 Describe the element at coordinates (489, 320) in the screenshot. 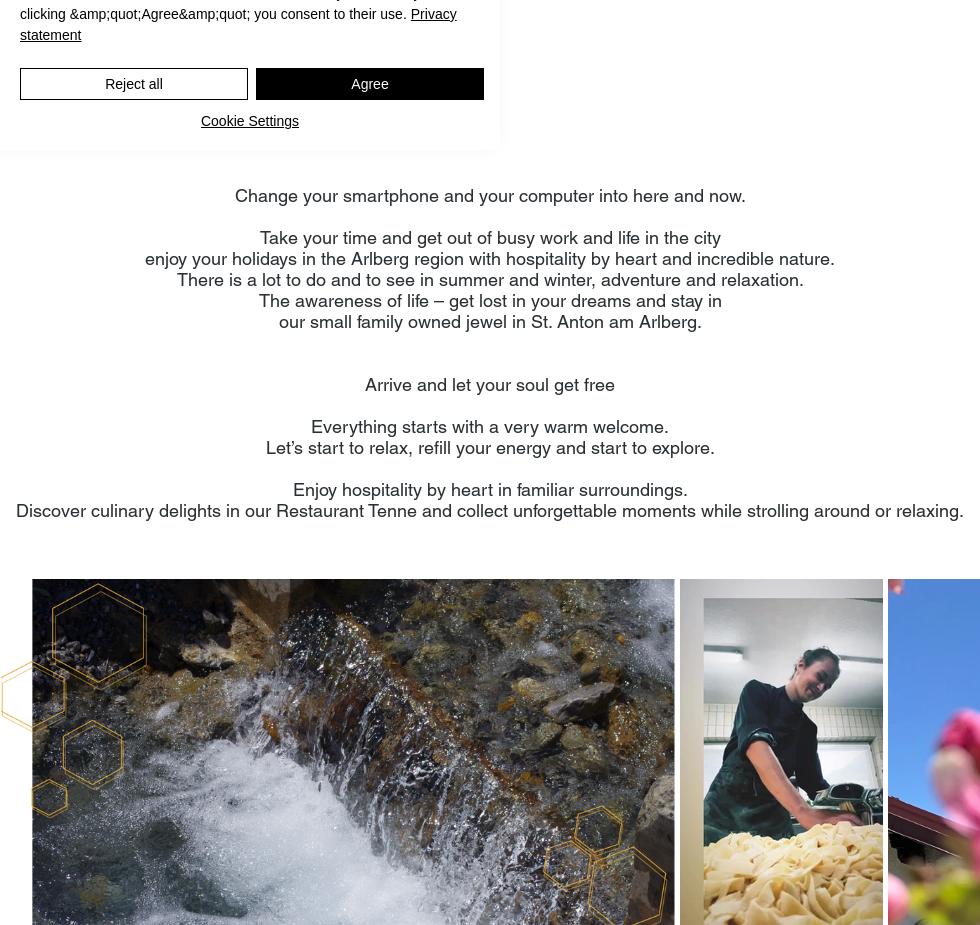

I see `'our small family owned jewel in St. Anton am Arlberg.'` at that location.